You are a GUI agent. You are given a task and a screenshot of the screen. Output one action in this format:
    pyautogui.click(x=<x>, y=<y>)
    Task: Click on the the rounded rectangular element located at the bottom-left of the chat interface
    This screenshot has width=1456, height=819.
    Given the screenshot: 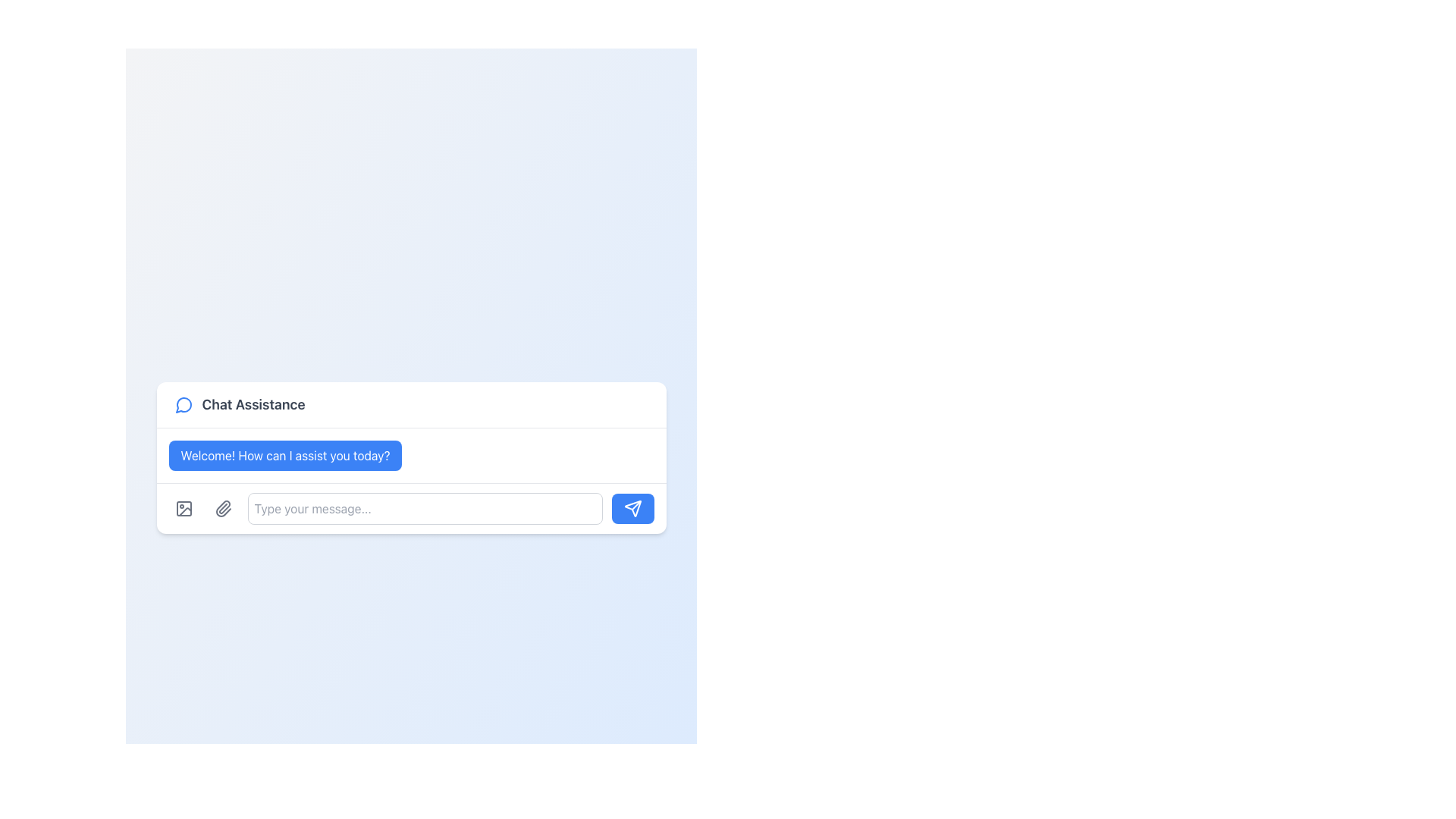 What is the action you would take?
    pyautogui.click(x=183, y=509)
    